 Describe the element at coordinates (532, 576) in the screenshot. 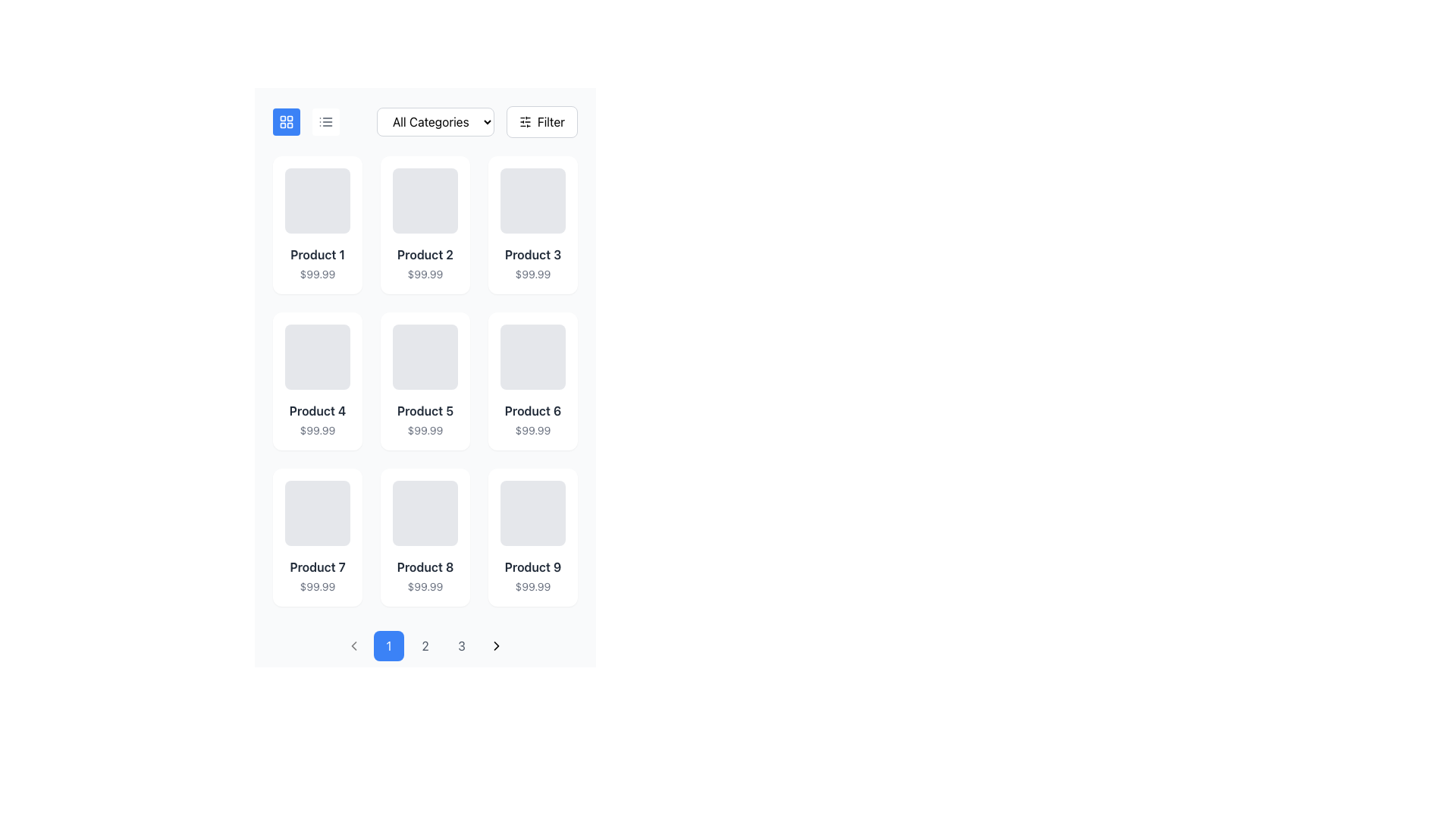

I see `text from the bottom-right cell of a 3x3 grid layout, which displays the product name 'Product 9' and the price '$99.99'` at that location.